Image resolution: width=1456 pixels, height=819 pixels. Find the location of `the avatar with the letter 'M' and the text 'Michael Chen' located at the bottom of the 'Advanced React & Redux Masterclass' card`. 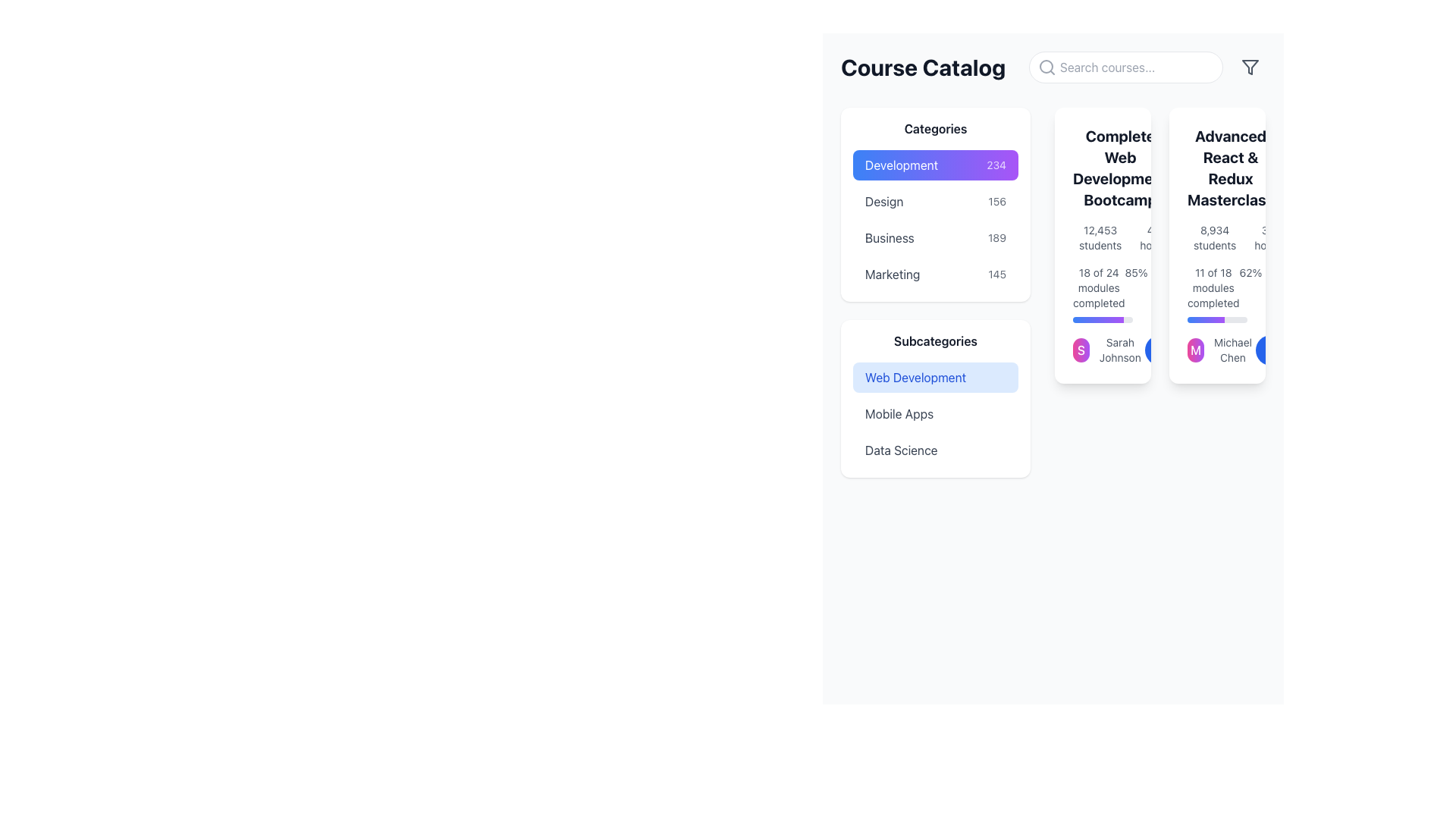

the avatar with the letter 'M' and the text 'Michael Chen' located at the bottom of the 'Advanced React & Redux Masterclass' card is located at coordinates (1217, 350).